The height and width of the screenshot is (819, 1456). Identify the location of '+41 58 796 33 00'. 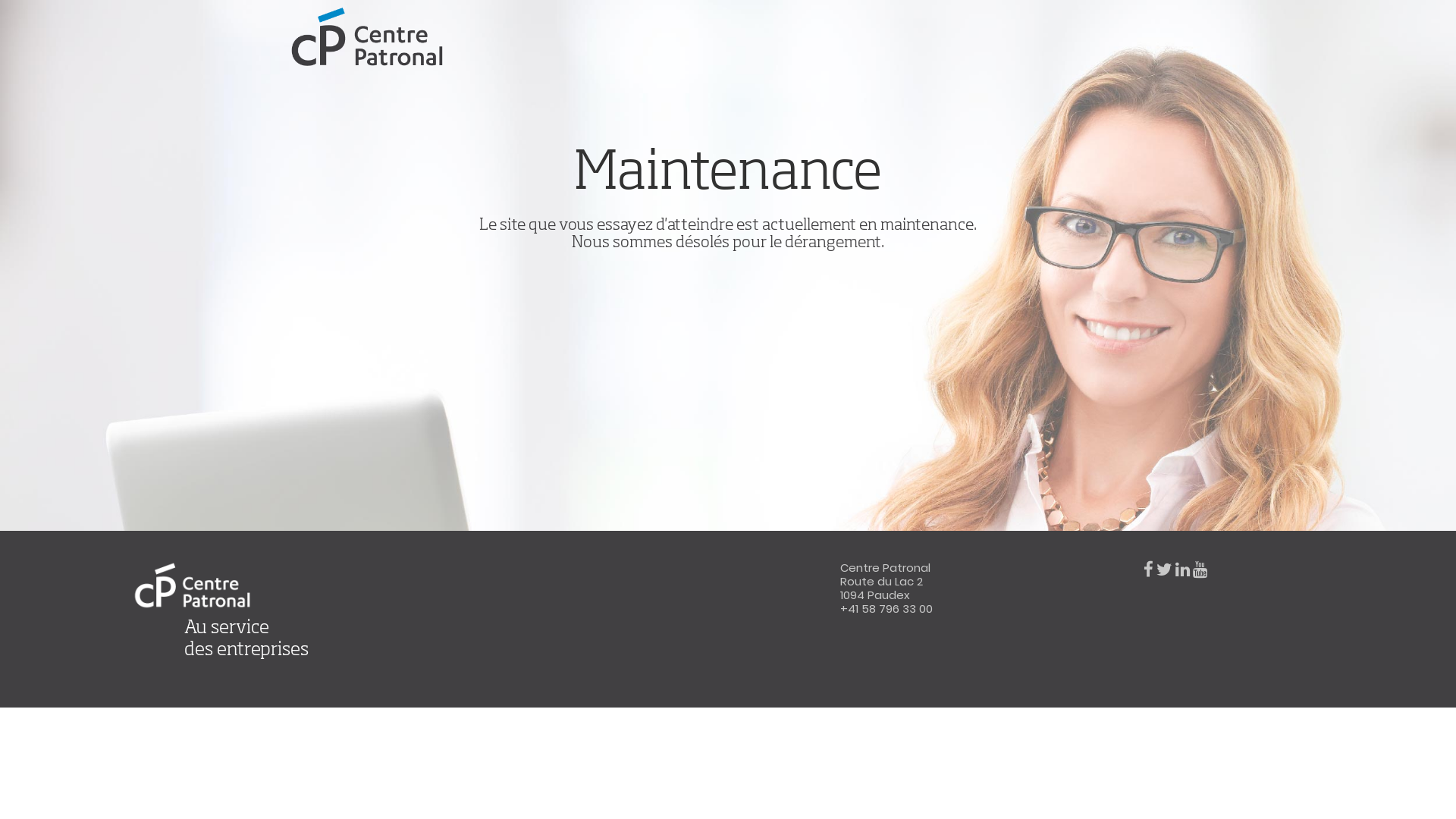
(886, 607).